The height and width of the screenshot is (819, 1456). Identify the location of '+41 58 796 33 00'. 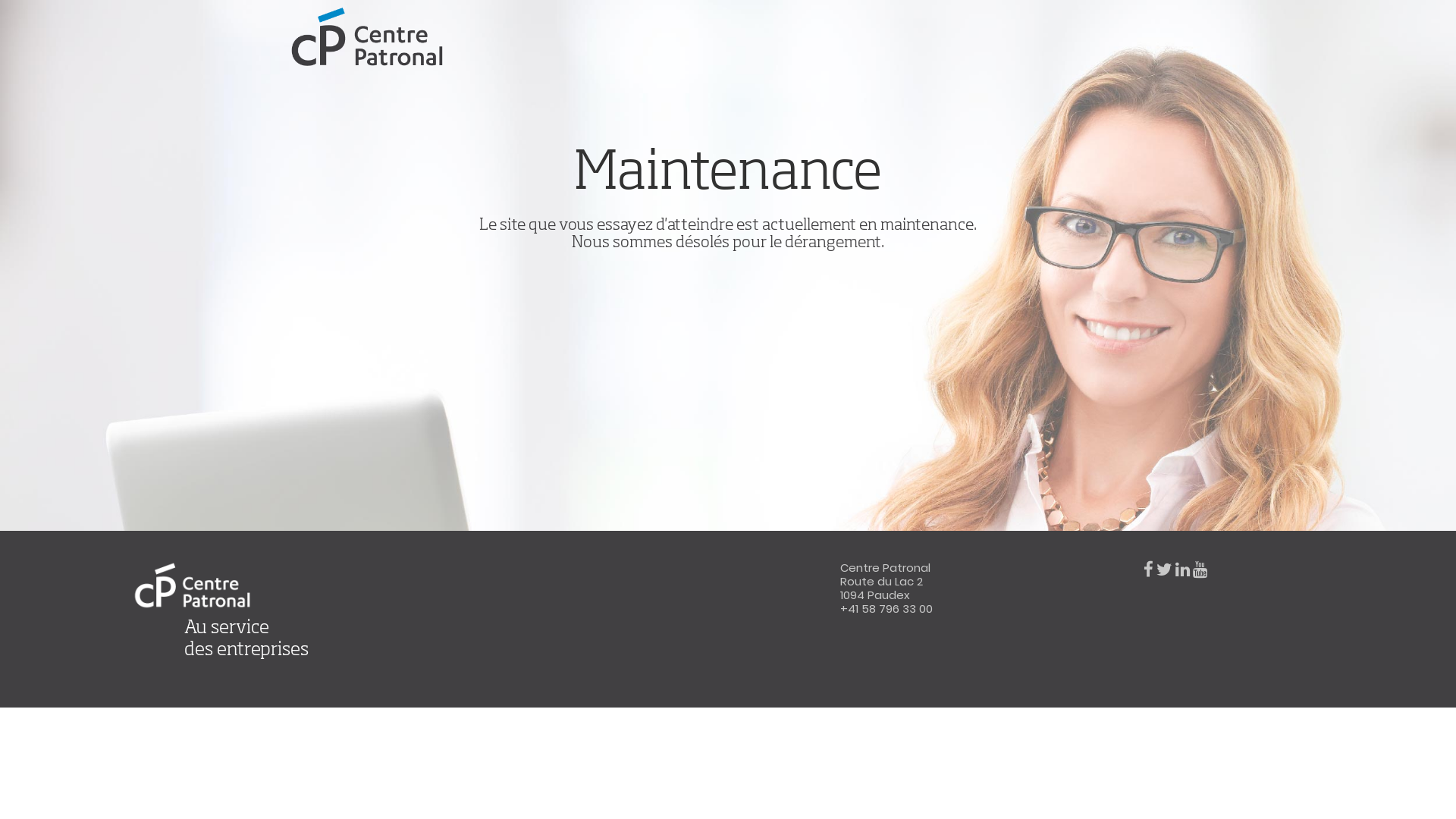
(886, 607).